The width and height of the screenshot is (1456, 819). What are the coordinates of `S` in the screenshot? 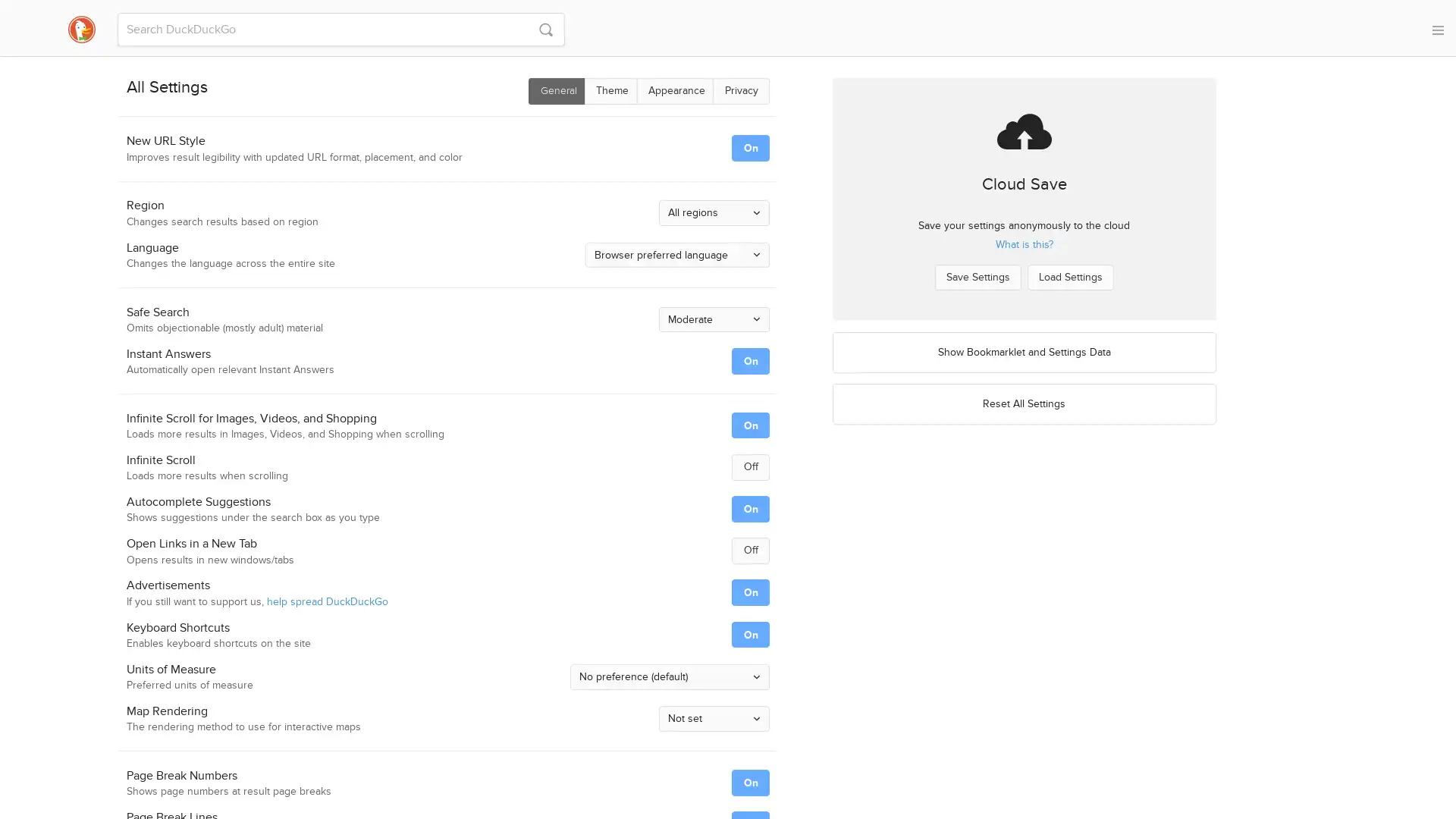 It's located at (546, 29).